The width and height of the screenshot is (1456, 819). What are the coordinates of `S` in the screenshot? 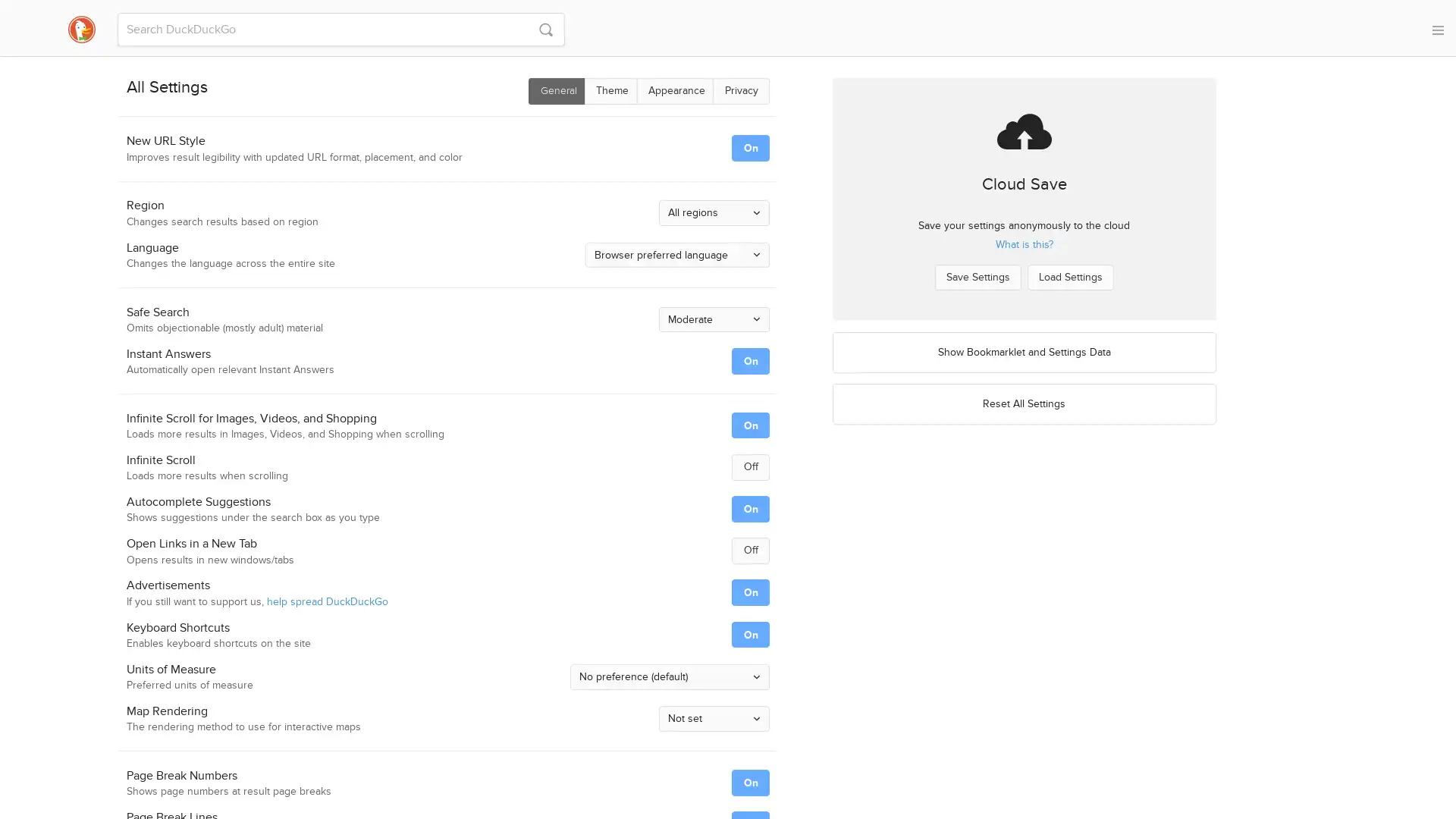 It's located at (546, 29).